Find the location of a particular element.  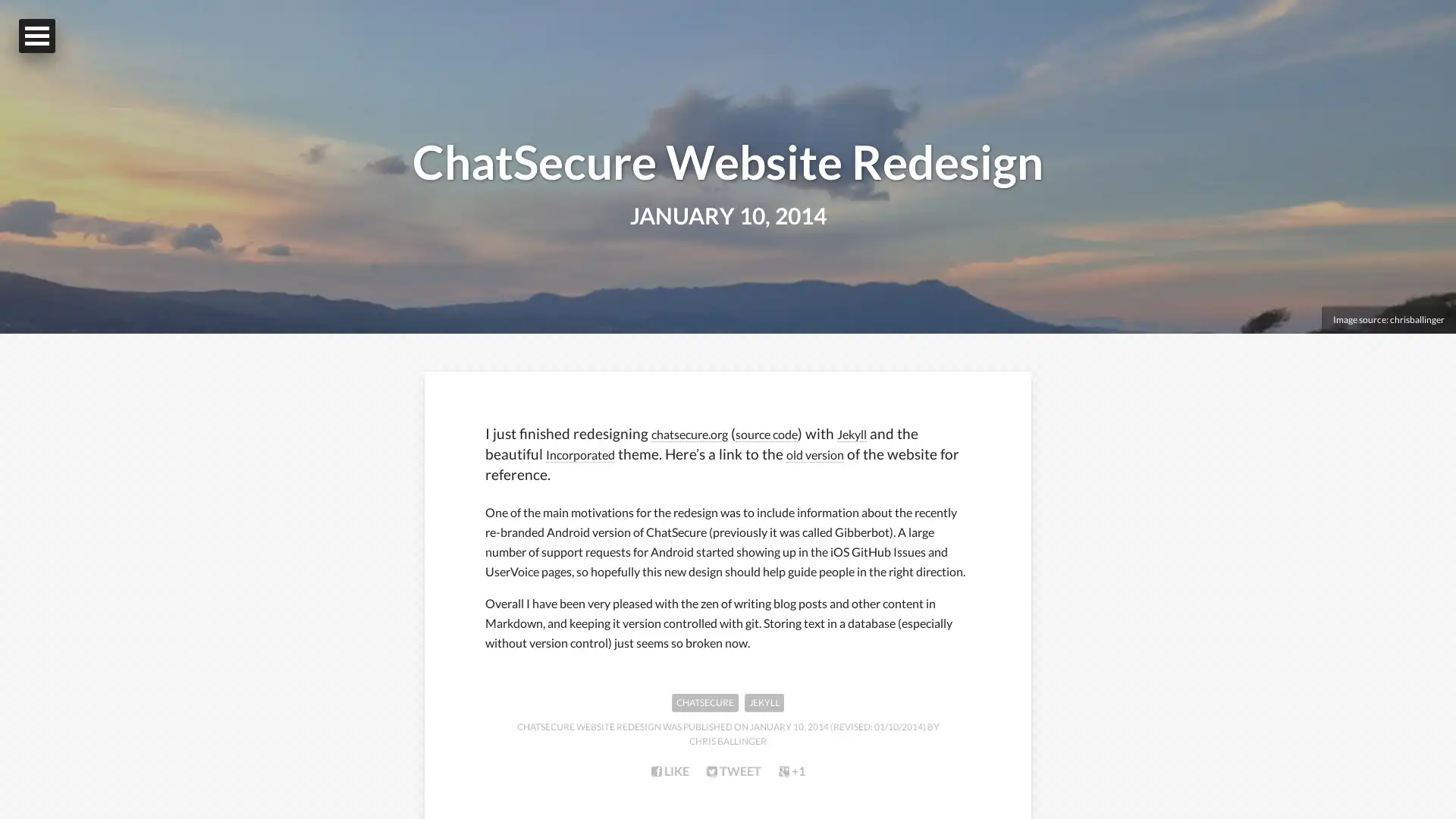

Open Menu is located at coordinates (36, 35).